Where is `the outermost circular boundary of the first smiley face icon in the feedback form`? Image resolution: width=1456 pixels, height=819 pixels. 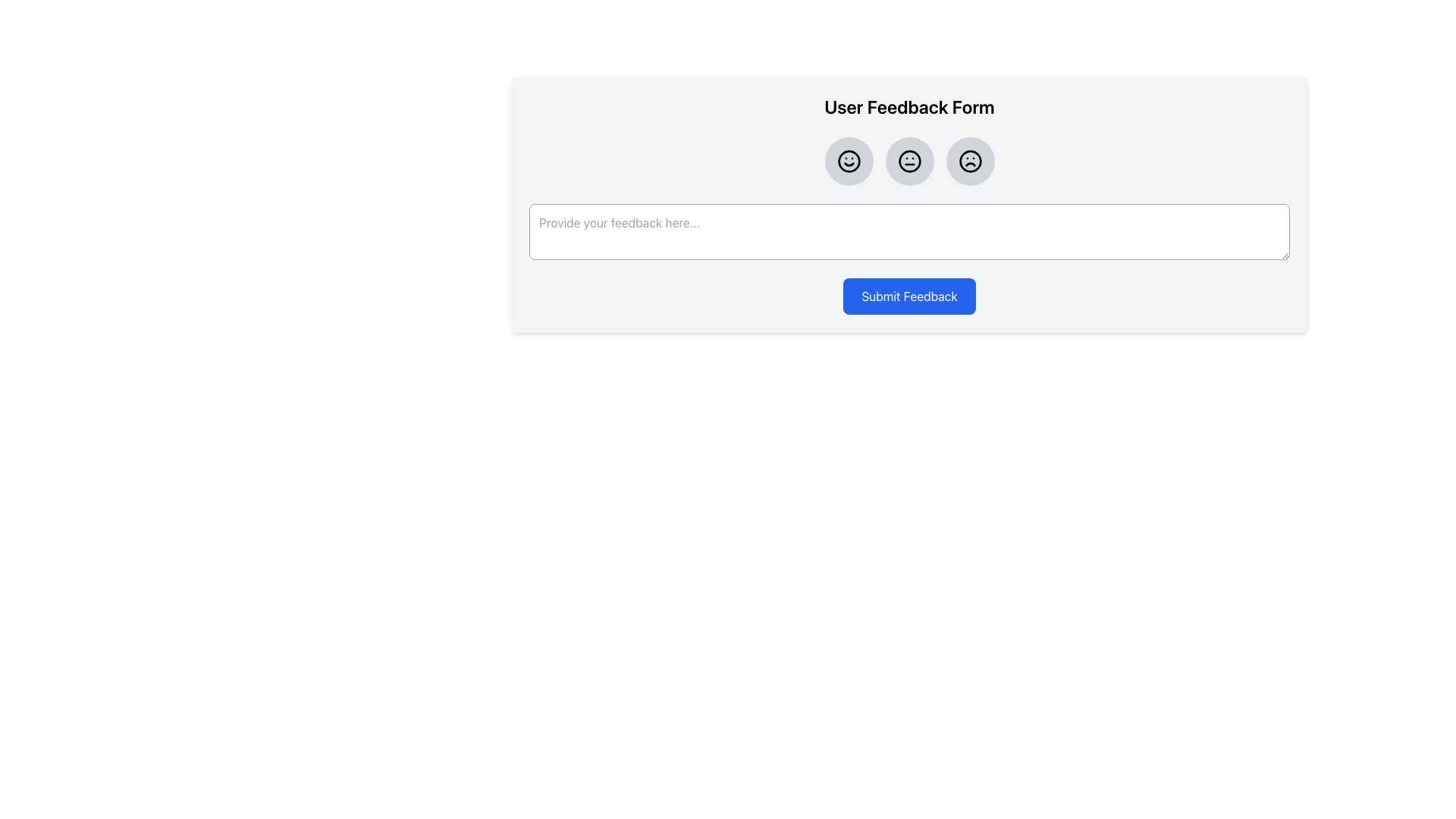 the outermost circular boundary of the first smiley face icon in the feedback form is located at coordinates (848, 161).